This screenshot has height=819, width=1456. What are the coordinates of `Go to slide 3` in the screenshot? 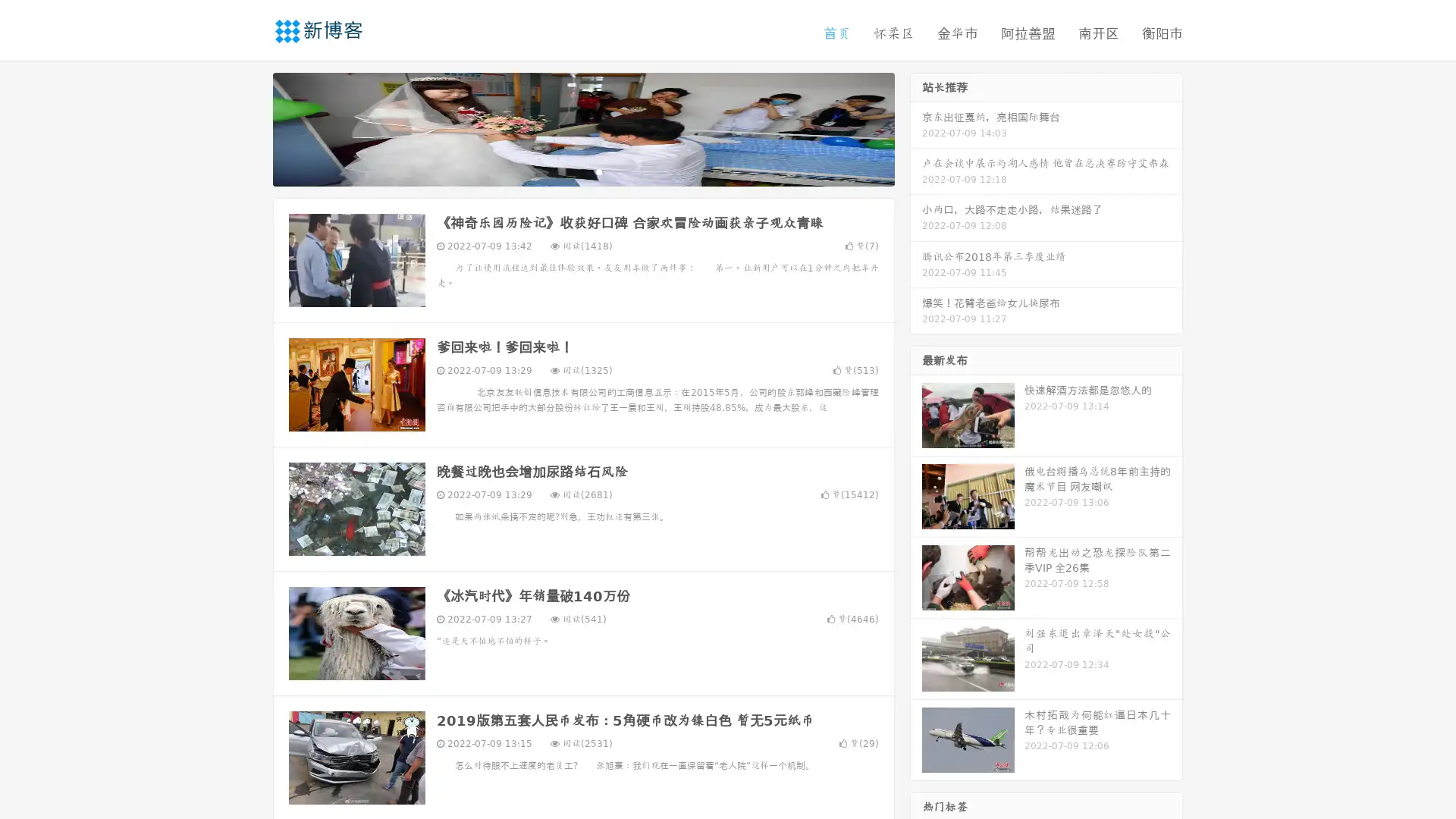 It's located at (598, 171).